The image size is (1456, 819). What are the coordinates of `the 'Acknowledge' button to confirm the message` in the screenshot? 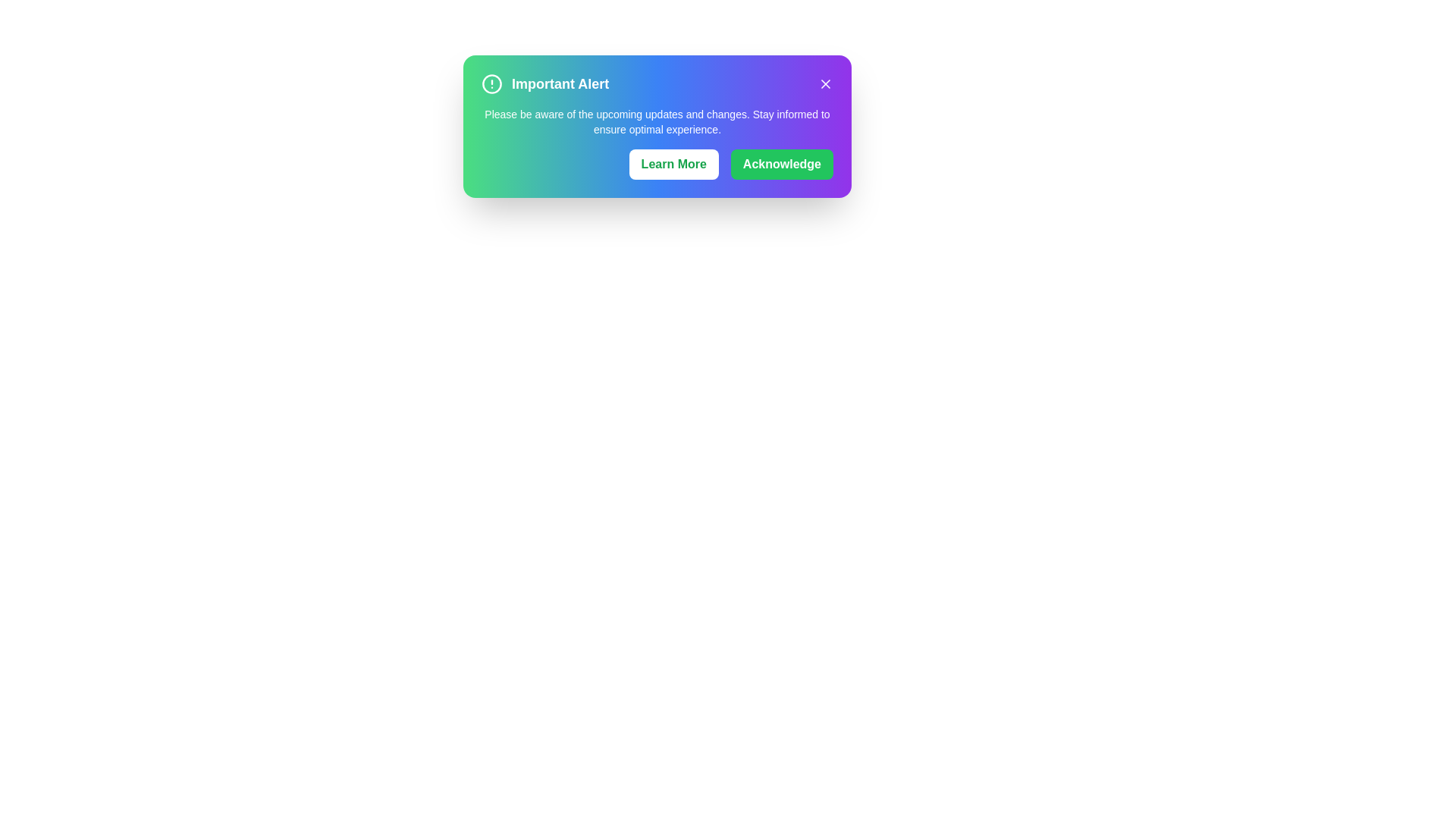 It's located at (782, 164).